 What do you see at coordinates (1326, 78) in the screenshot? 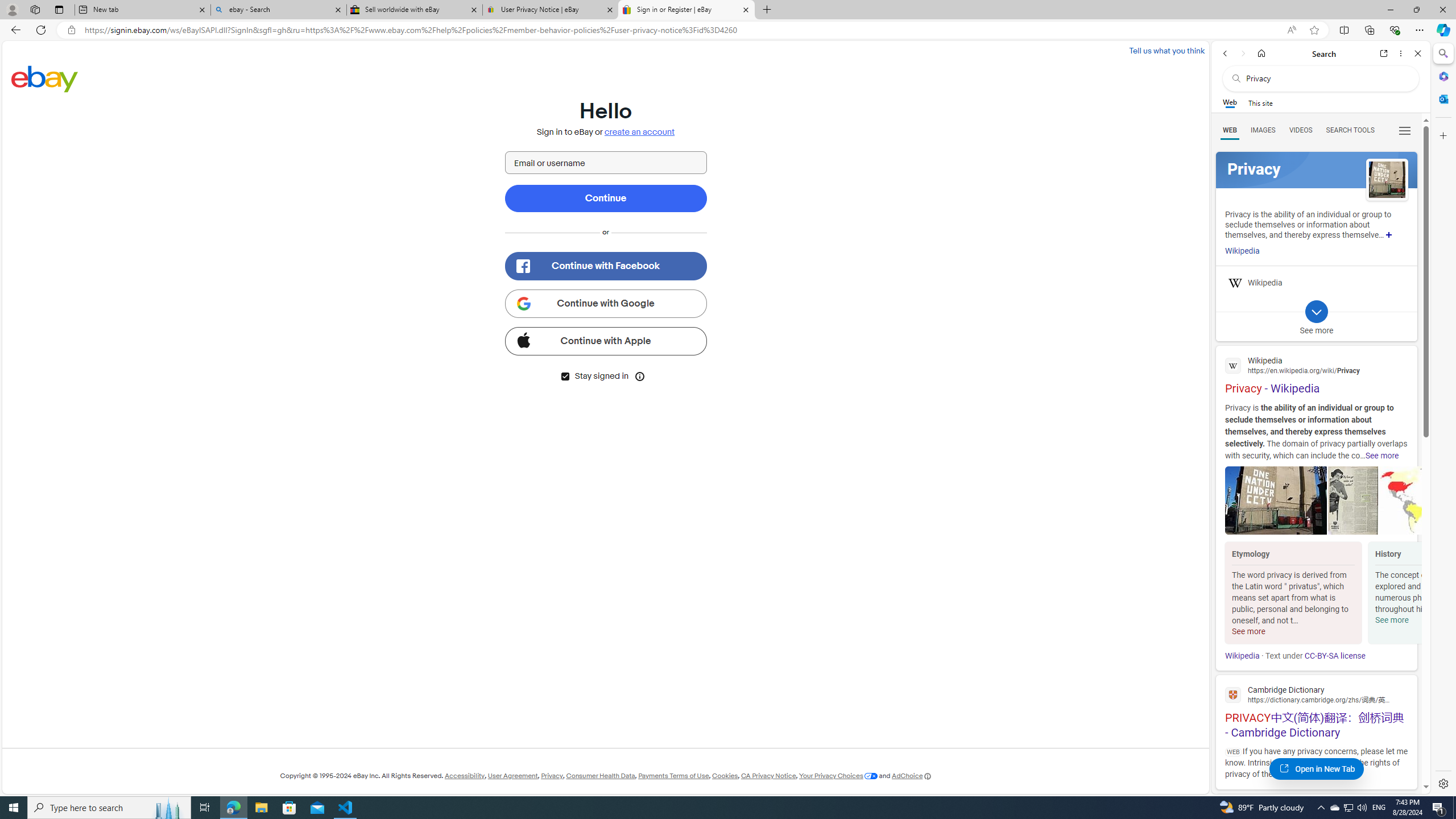
I see `'Search the web'` at bounding box center [1326, 78].